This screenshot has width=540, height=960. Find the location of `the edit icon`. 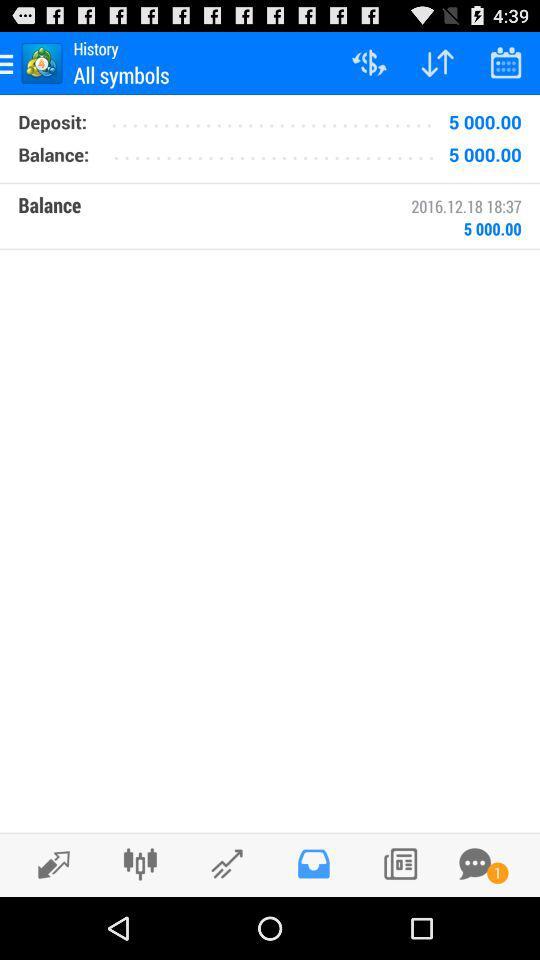

the edit icon is located at coordinates (48, 925).